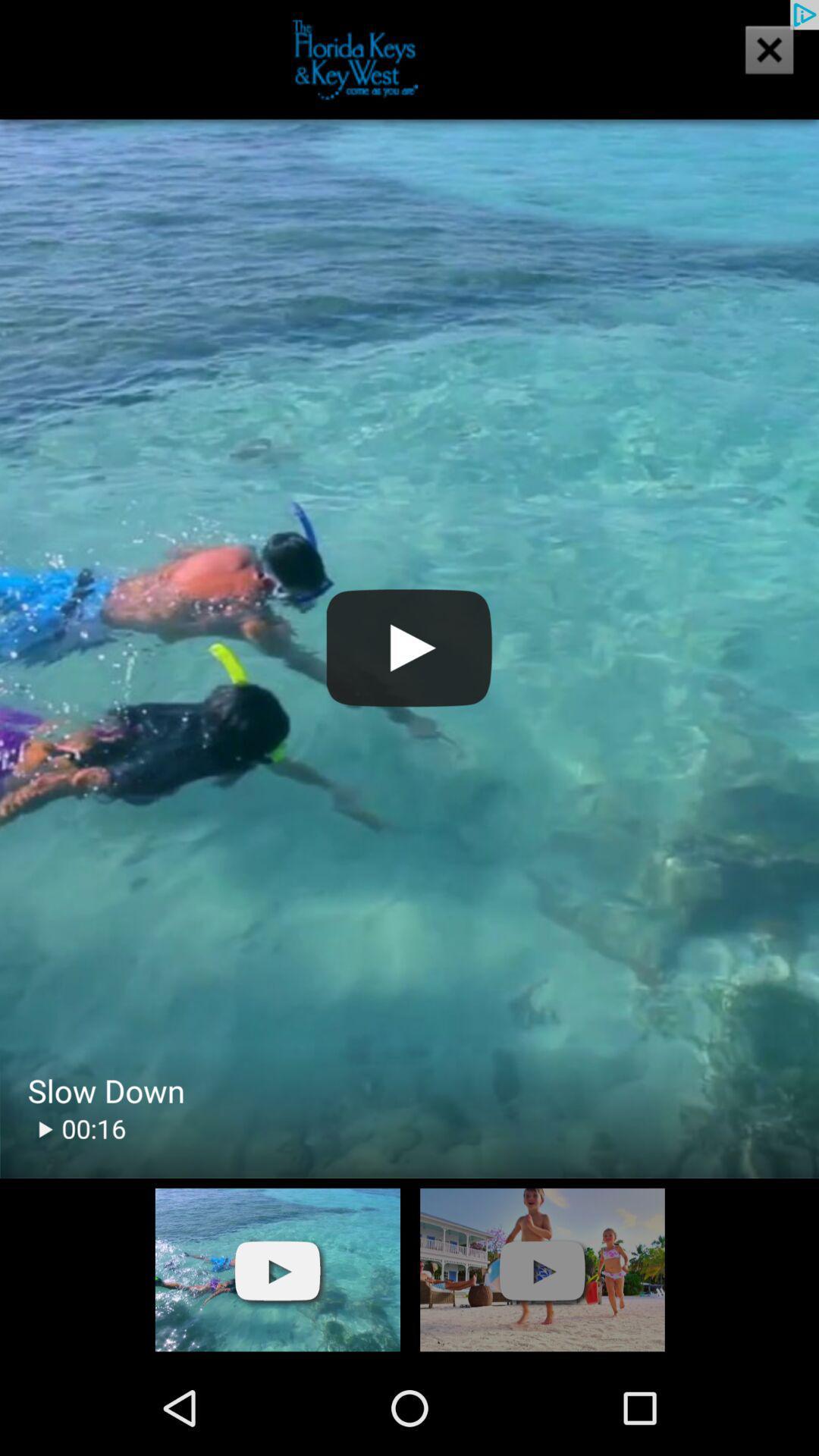  I want to click on the close icon, so click(769, 53).